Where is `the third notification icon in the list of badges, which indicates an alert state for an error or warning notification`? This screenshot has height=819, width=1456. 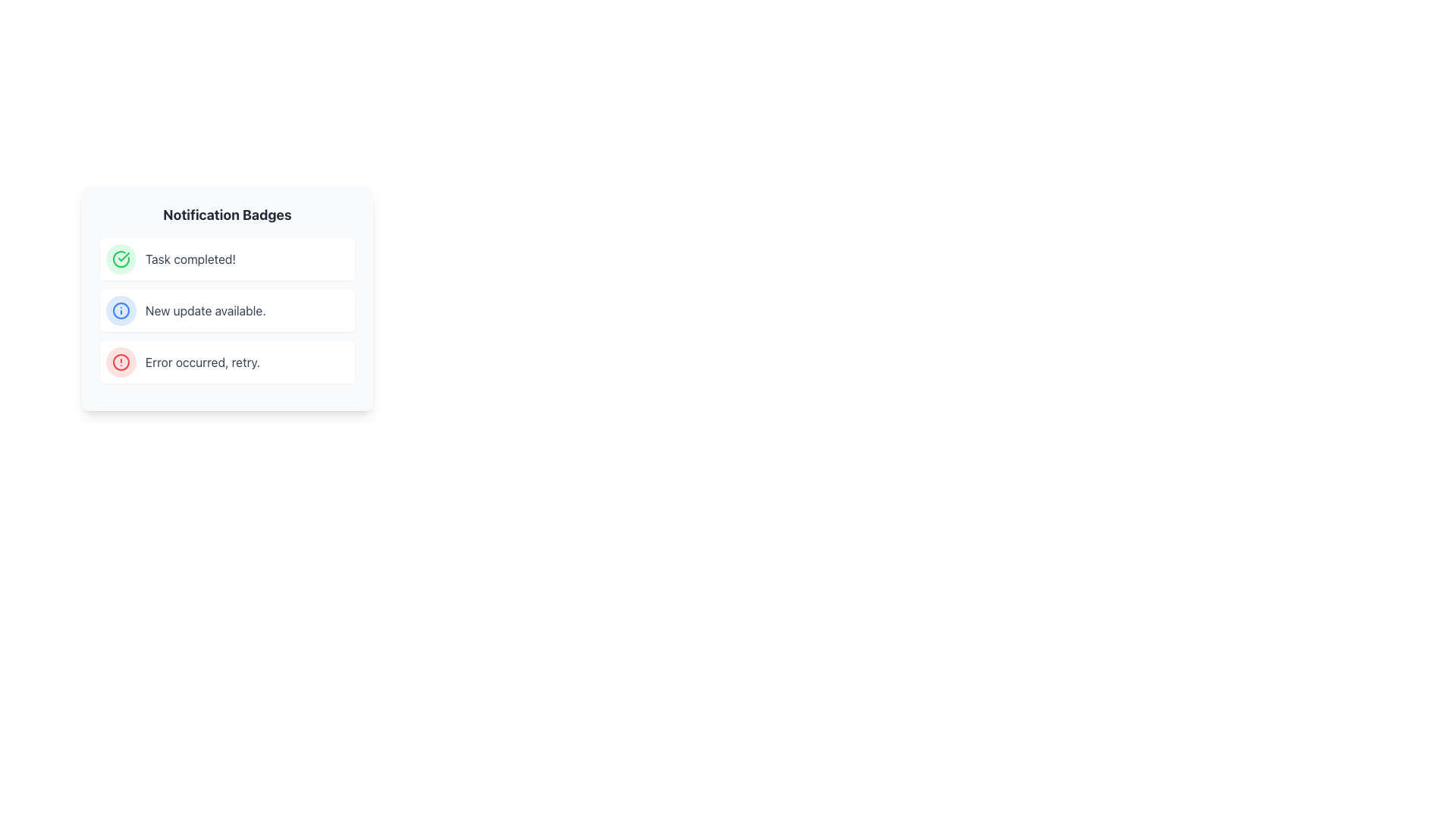 the third notification icon in the list of badges, which indicates an alert state for an error or warning notification is located at coordinates (120, 362).